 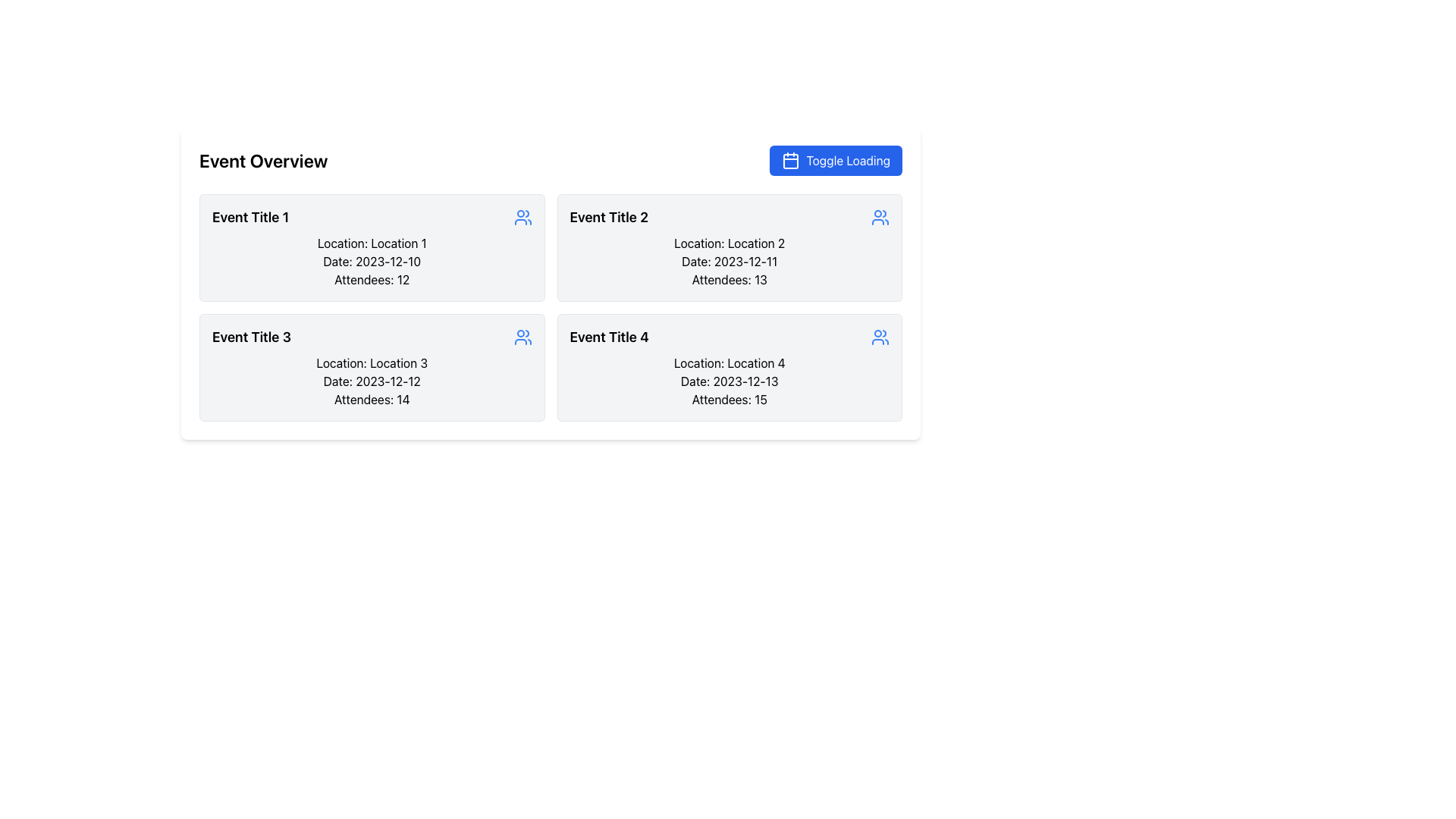 What do you see at coordinates (730, 260) in the screenshot?
I see `the text label displaying 'Date: 2023-12-11' which is located within the card labeled 'Event Title 2', positioned between 'Location: Location 2' and 'Attendees: 13'` at bounding box center [730, 260].